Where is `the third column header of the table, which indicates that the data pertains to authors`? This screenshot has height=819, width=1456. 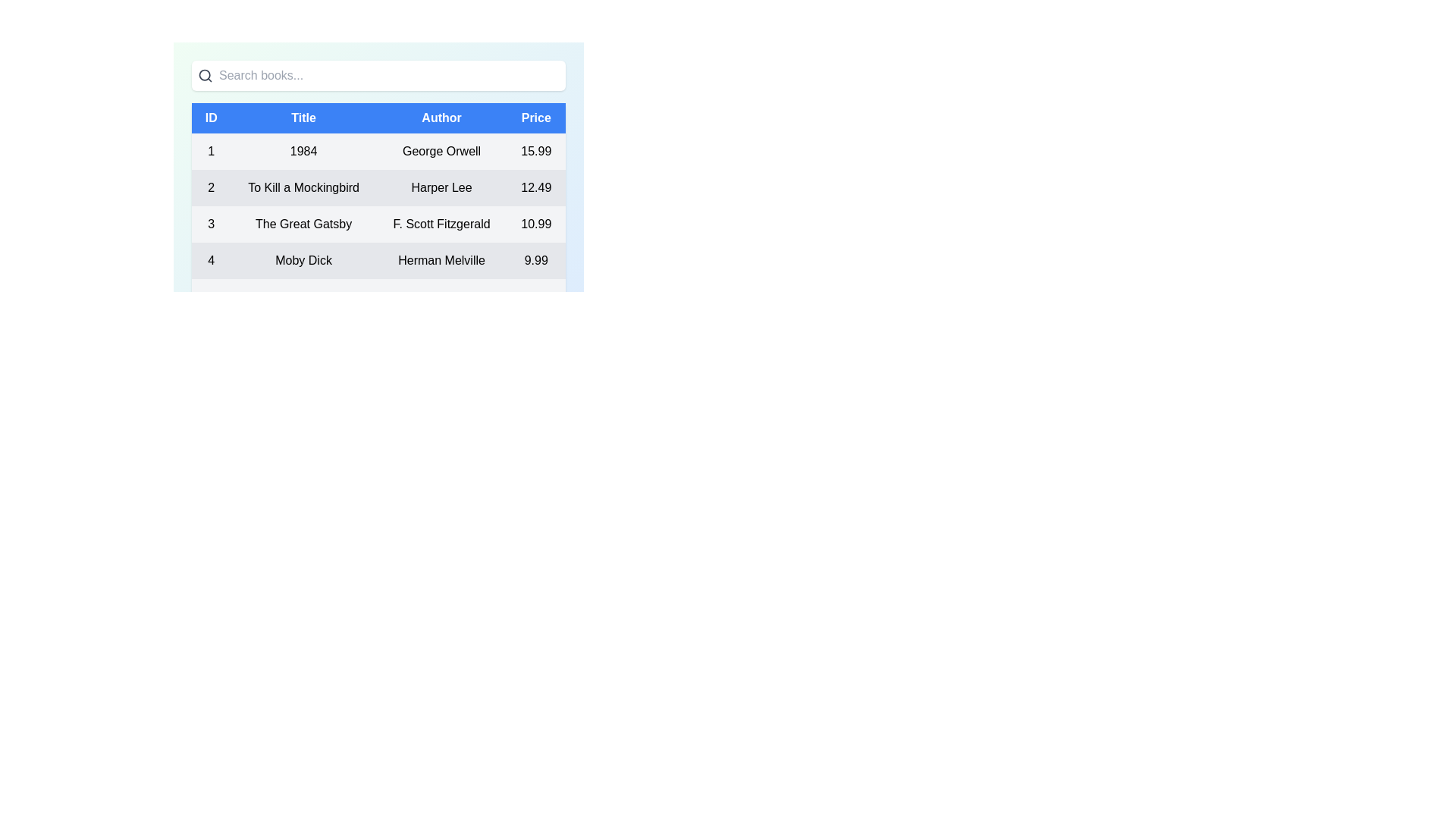
the third column header of the table, which indicates that the data pertains to authors is located at coordinates (441, 117).